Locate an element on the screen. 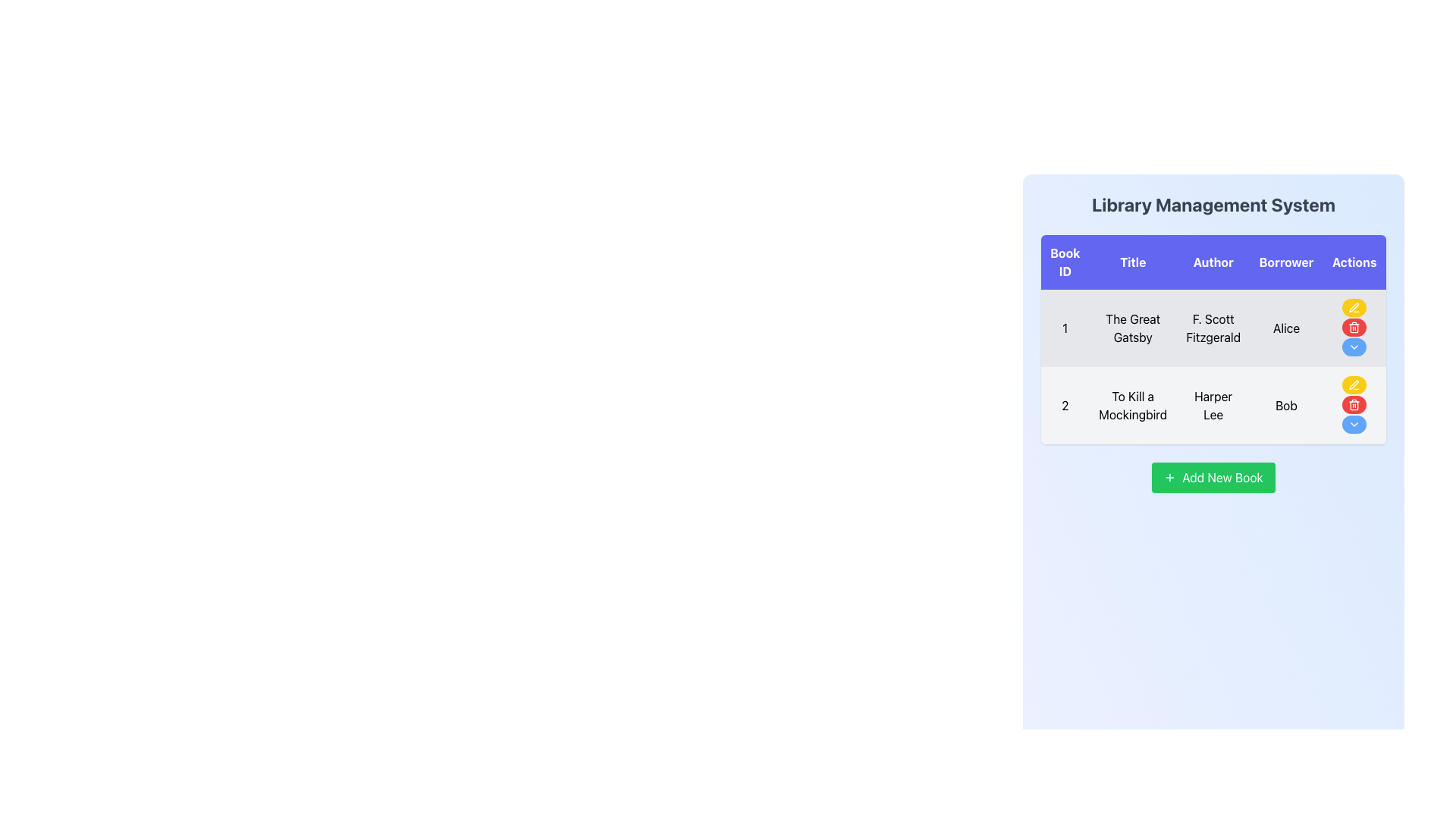 The image size is (1456, 819). the trash bin icon button located in the 'Actions' column of the second row in the table is located at coordinates (1354, 405).